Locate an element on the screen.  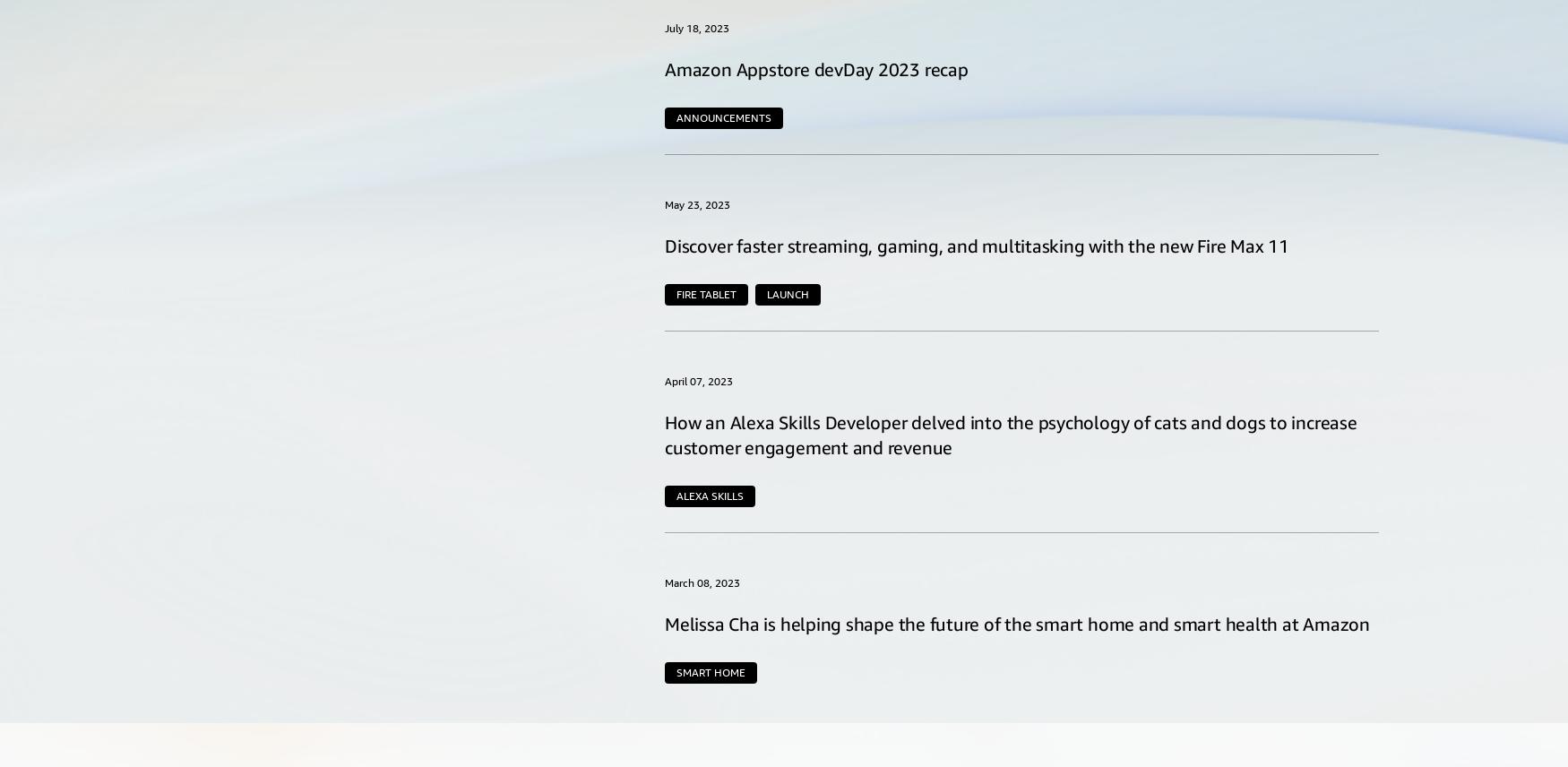
'How an Alexa Skills Developer delved into the psychology of cats and dogs to increase customer engagement and revenue' is located at coordinates (1010, 433).